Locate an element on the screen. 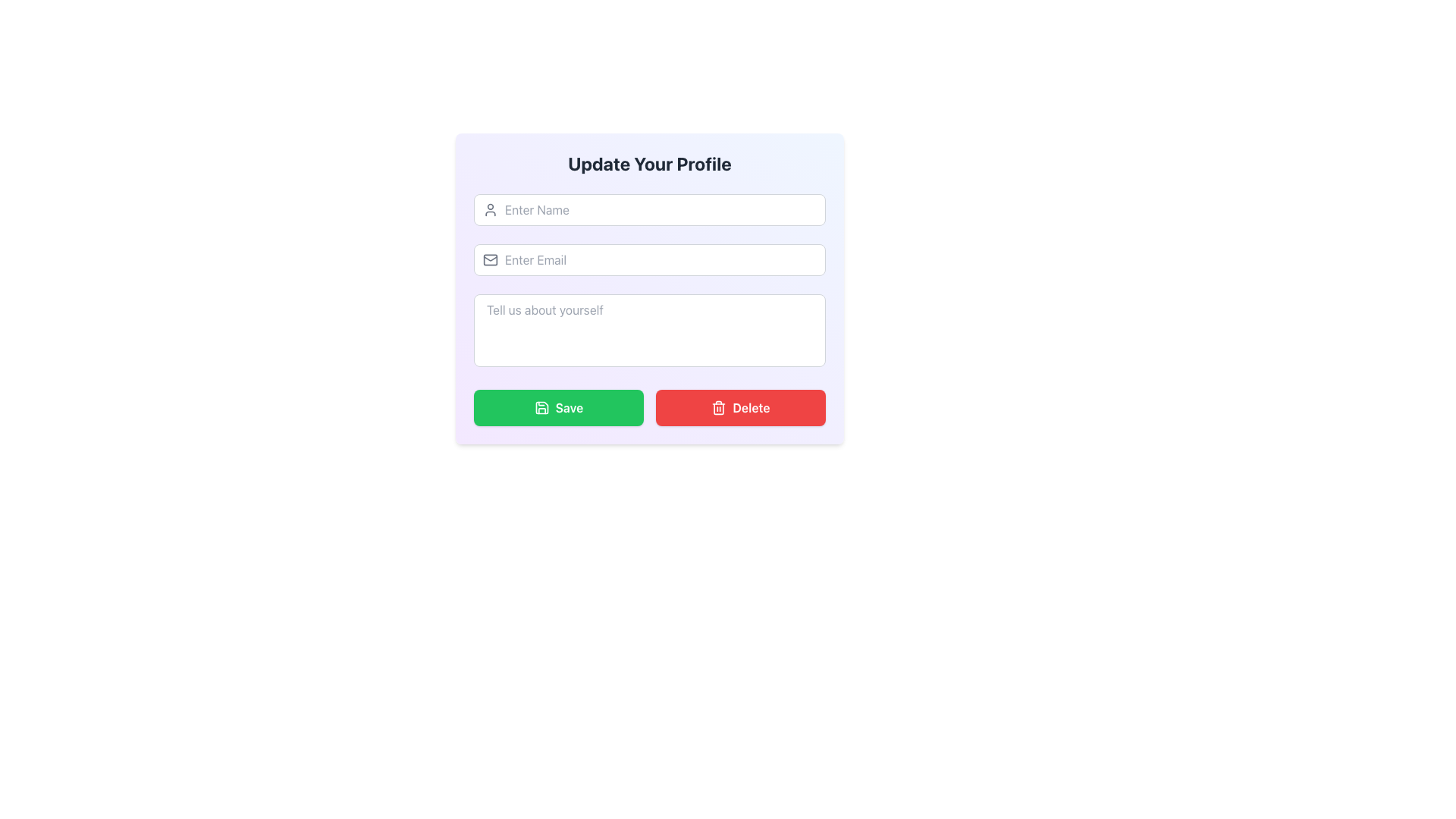 The image size is (1456, 819). the floppy disk icon that signifies the saving functionality, located to the left of the Save button in the bottom row of the form is located at coordinates (541, 406).